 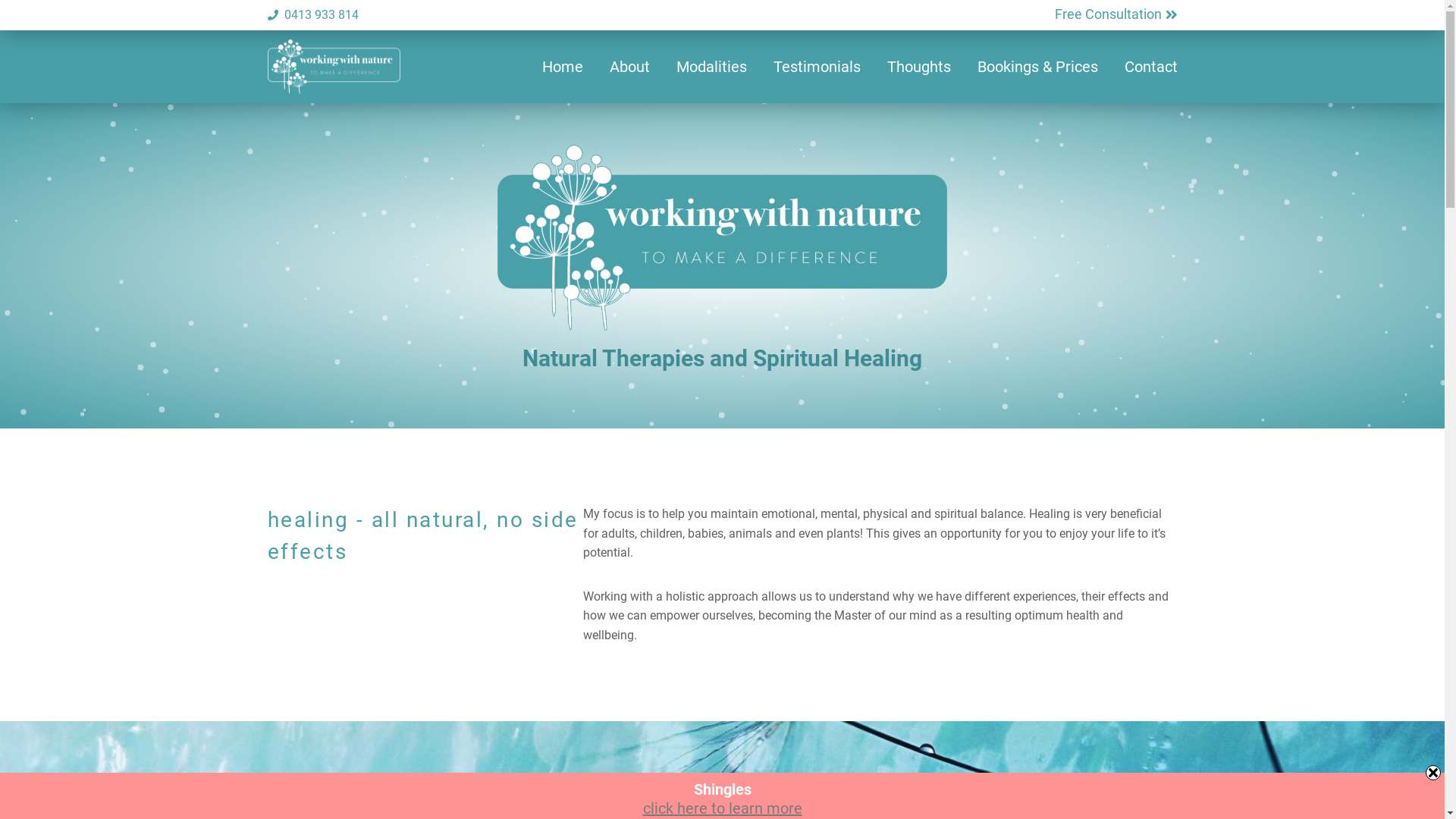 What do you see at coordinates (1115, 14) in the screenshot?
I see `'Free Consultation'` at bounding box center [1115, 14].